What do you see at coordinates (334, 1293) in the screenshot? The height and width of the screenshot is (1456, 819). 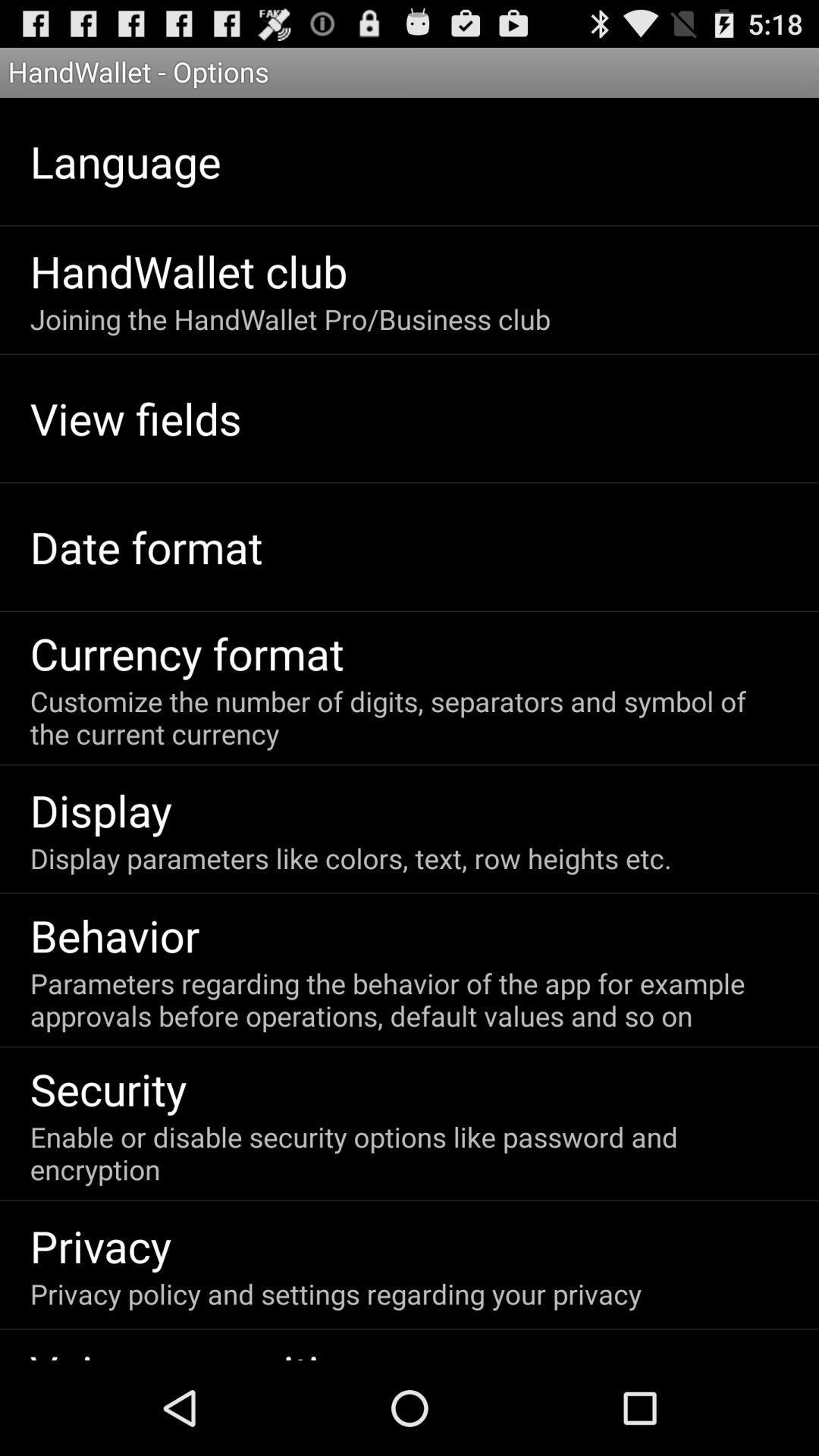 I see `icon below the privacy app` at bounding box center [334, 1293].